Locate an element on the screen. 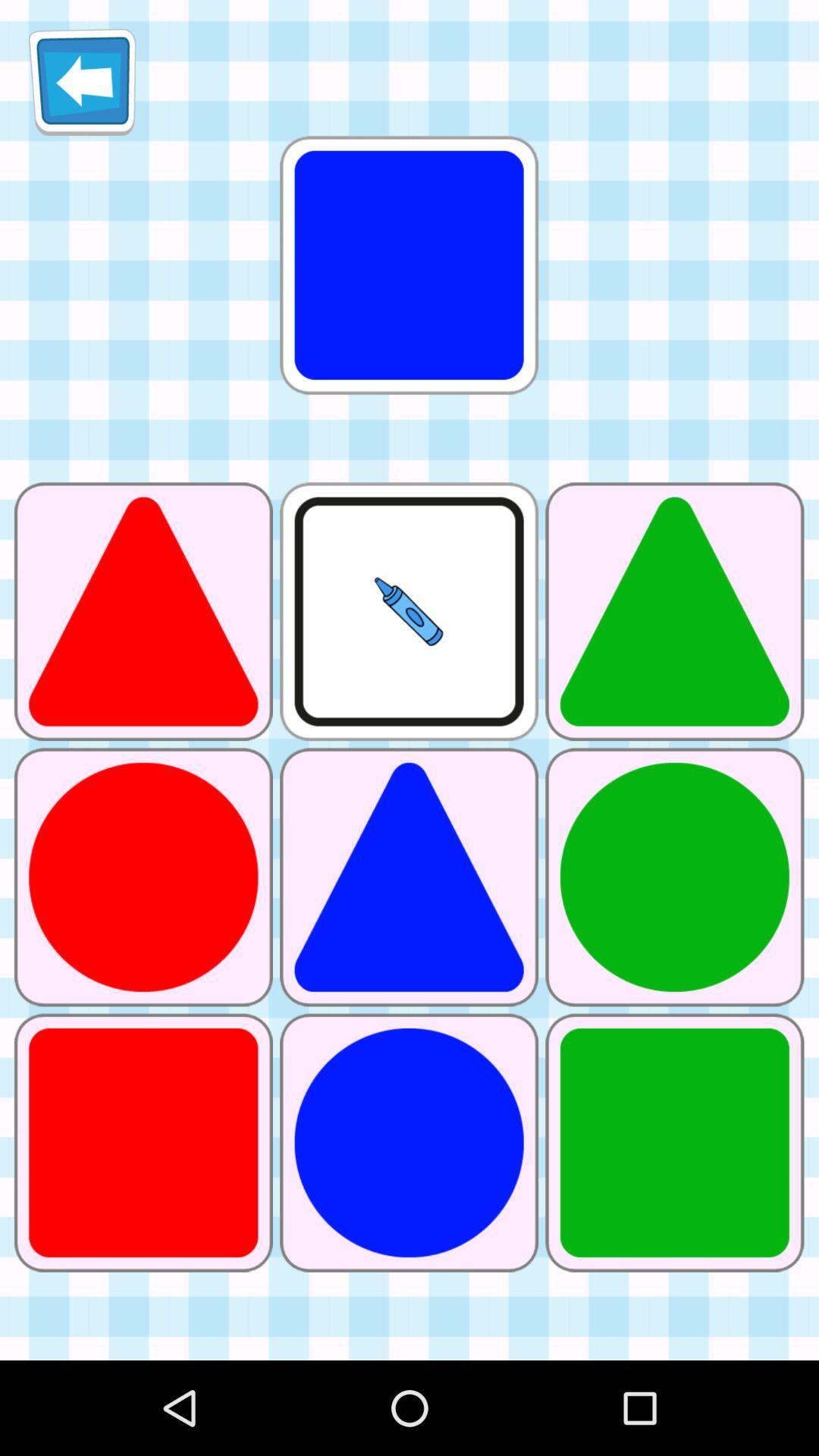  the red triangle is located at coordinates (143, 611).